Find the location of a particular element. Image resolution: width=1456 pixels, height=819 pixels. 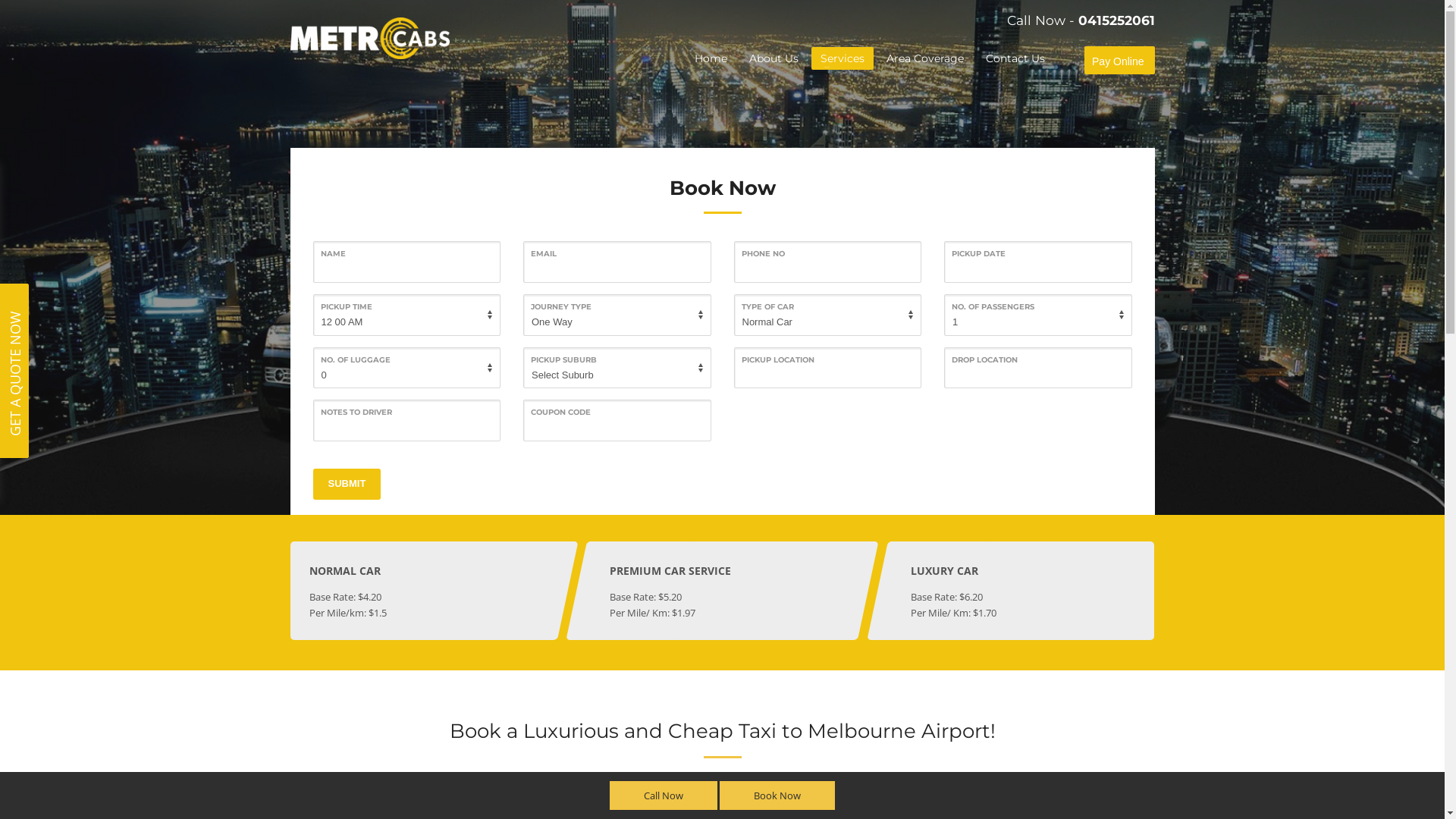

'Home' is located at coordinates (710, 58).